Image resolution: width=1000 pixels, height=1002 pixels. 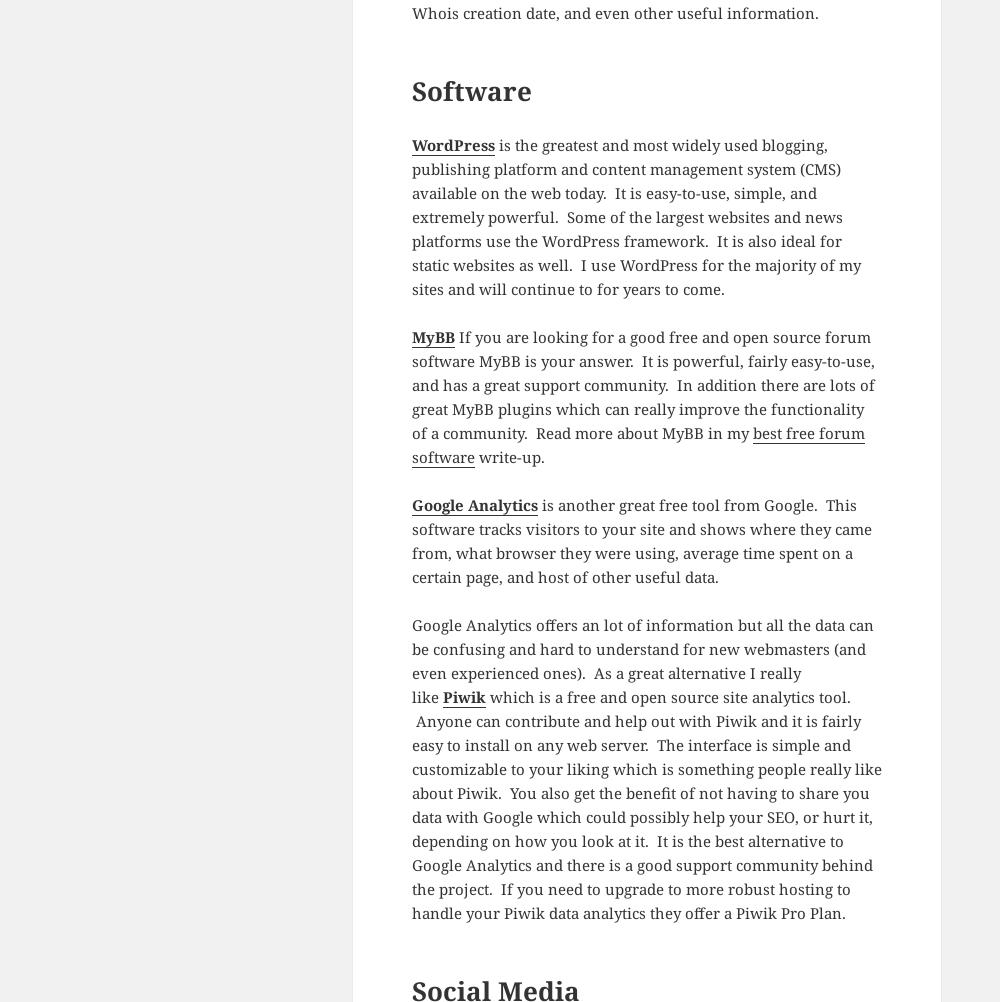 What do you see at coordinates (411, 504) in the screenshot?
I see `'Google Analytics'` at bounding box center [411, 504].